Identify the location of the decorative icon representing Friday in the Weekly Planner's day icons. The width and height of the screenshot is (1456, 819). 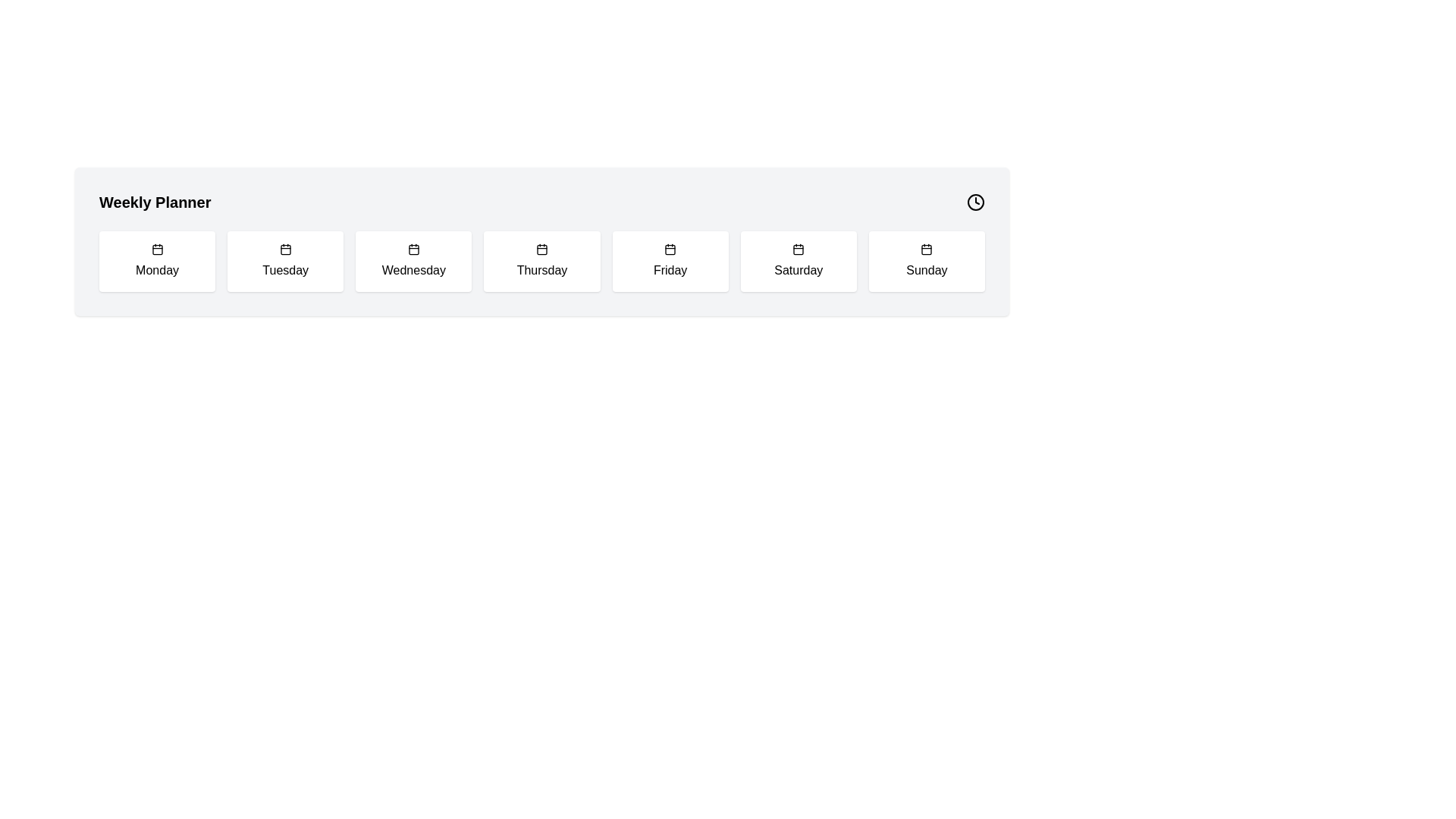
(670, 249).